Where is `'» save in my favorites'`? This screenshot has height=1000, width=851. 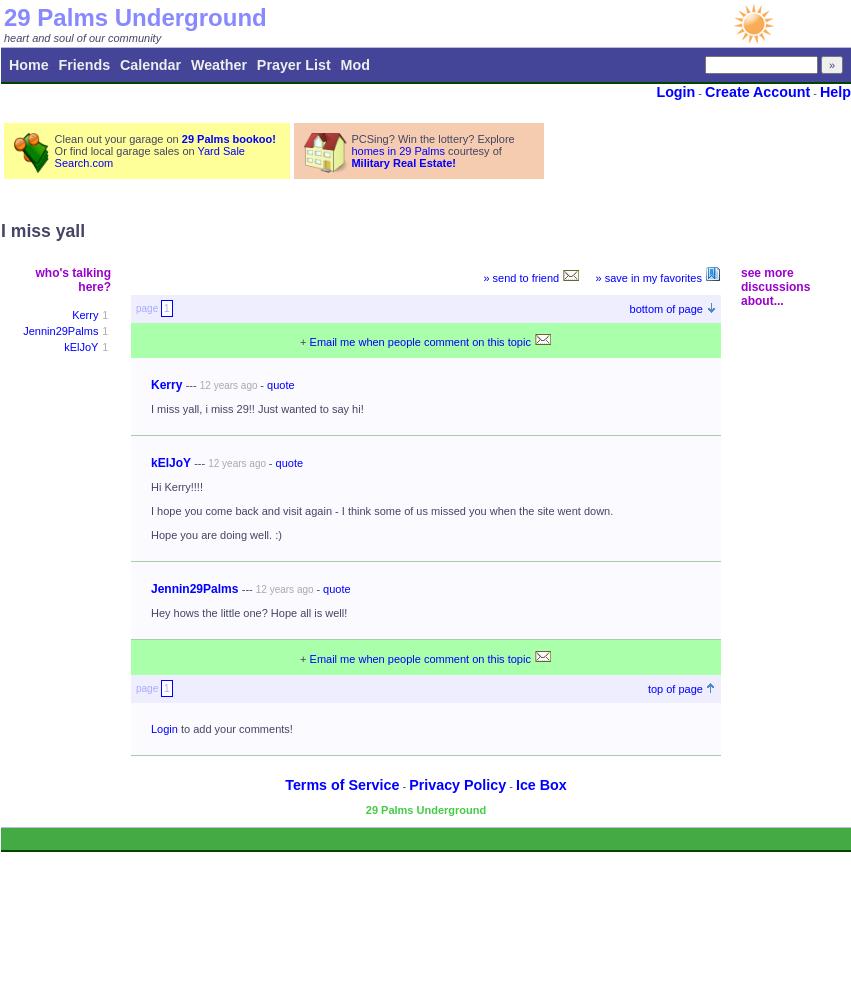
'» save in my favorites' is located at coordinates (648, 278).